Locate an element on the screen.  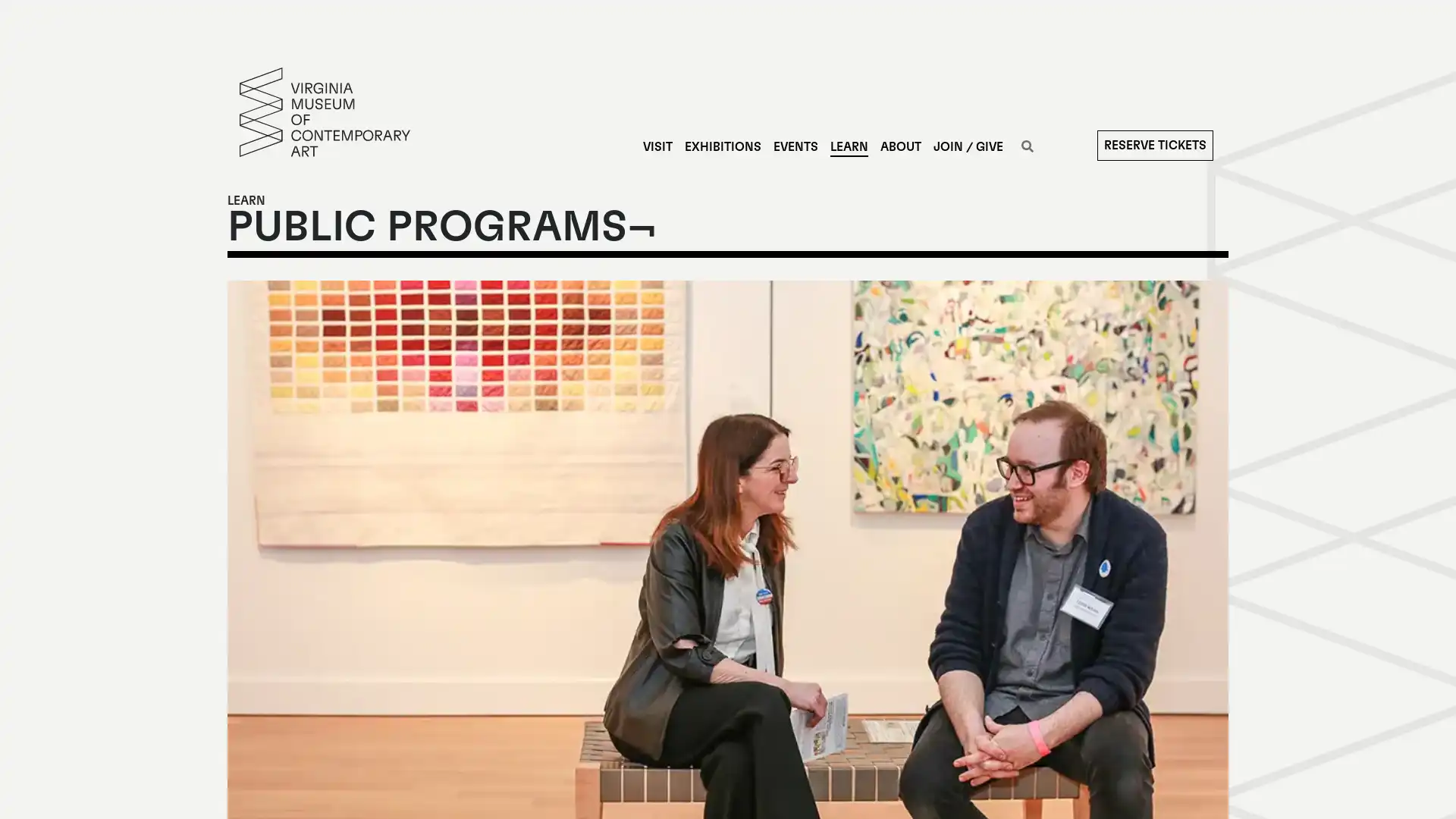
LEARN is located at coordinates (847, 146).